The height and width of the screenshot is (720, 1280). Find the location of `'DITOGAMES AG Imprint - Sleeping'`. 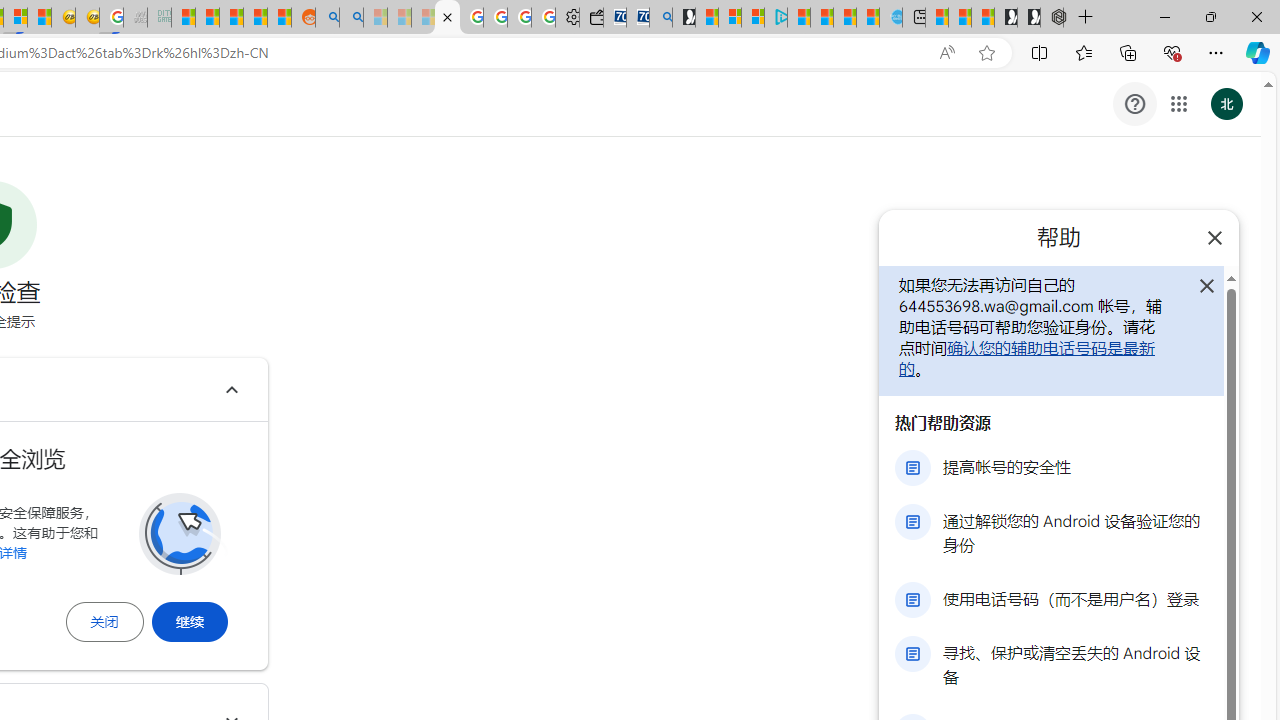

'DITOGAMES AG Imprint - Sleeping' is located at coordinates (160, 17).